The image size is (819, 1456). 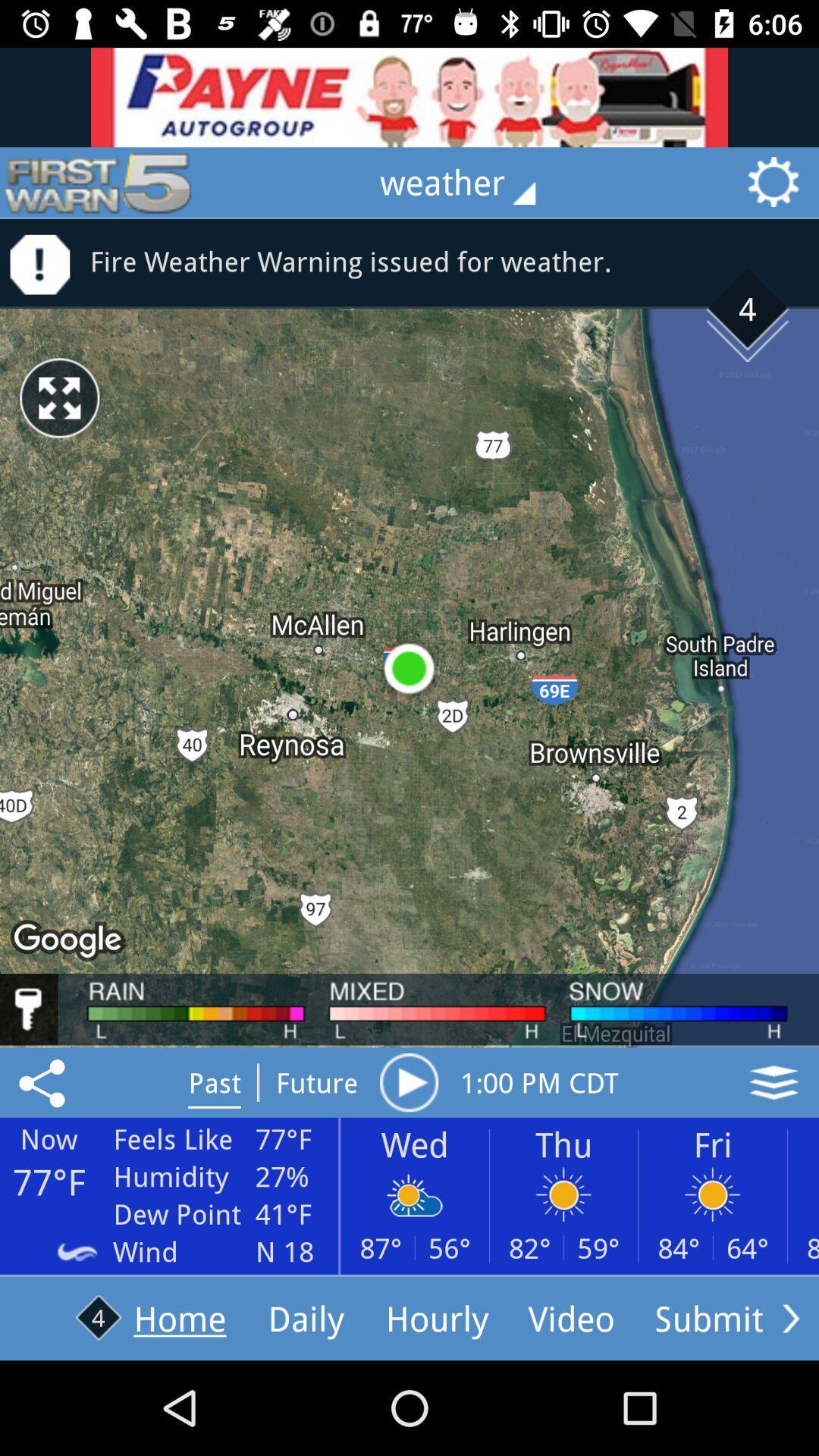 What do you see at coordinates (773, 1081) in the screenshot?
I see `change topography` at bounding box center [773, 1081].